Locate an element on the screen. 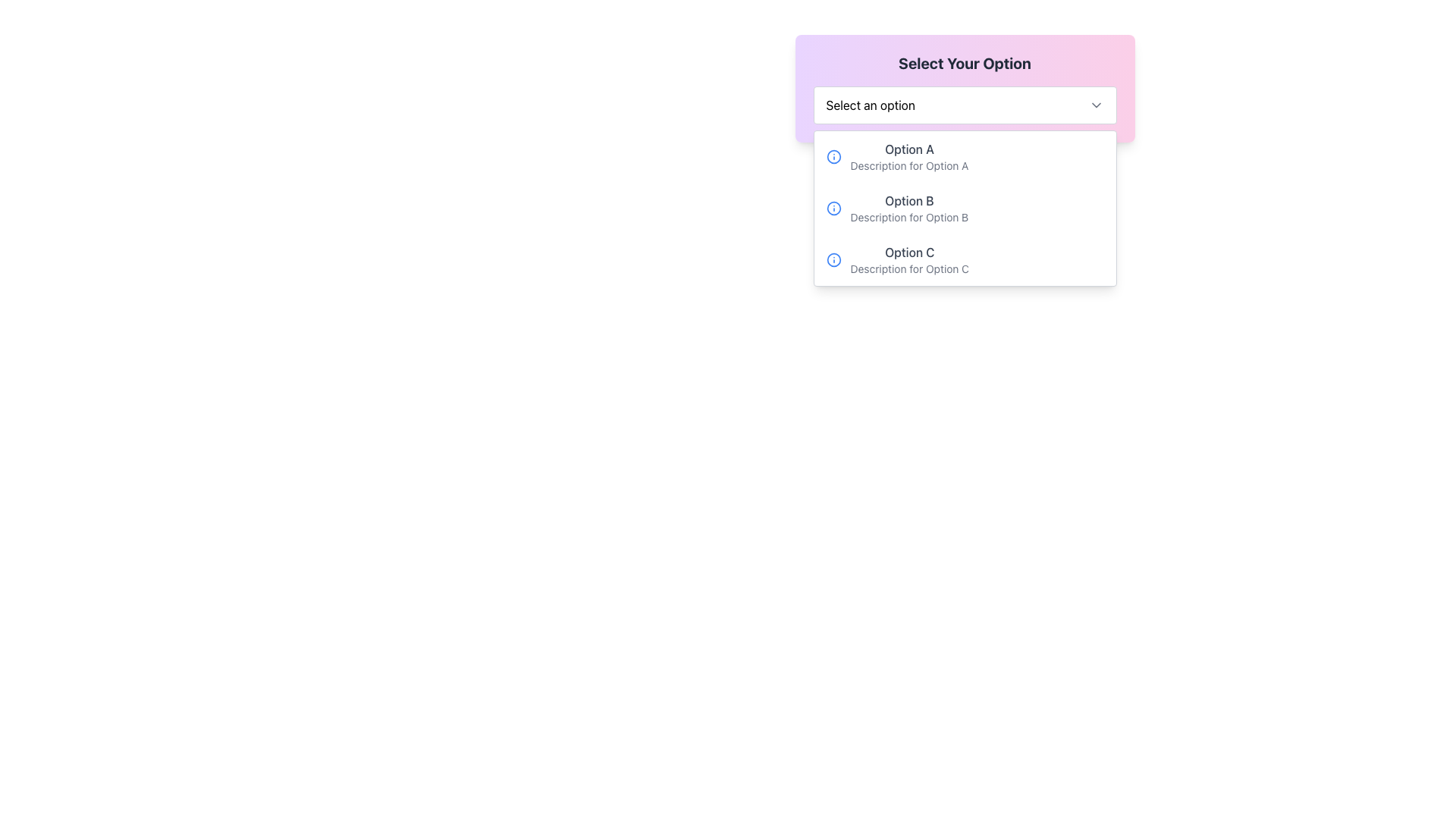 This screenshot has width=1456, height=819. the circular ring icon with a thin blue outline that is part of the informational icon set for Option B is located at coordinates (833, 208).